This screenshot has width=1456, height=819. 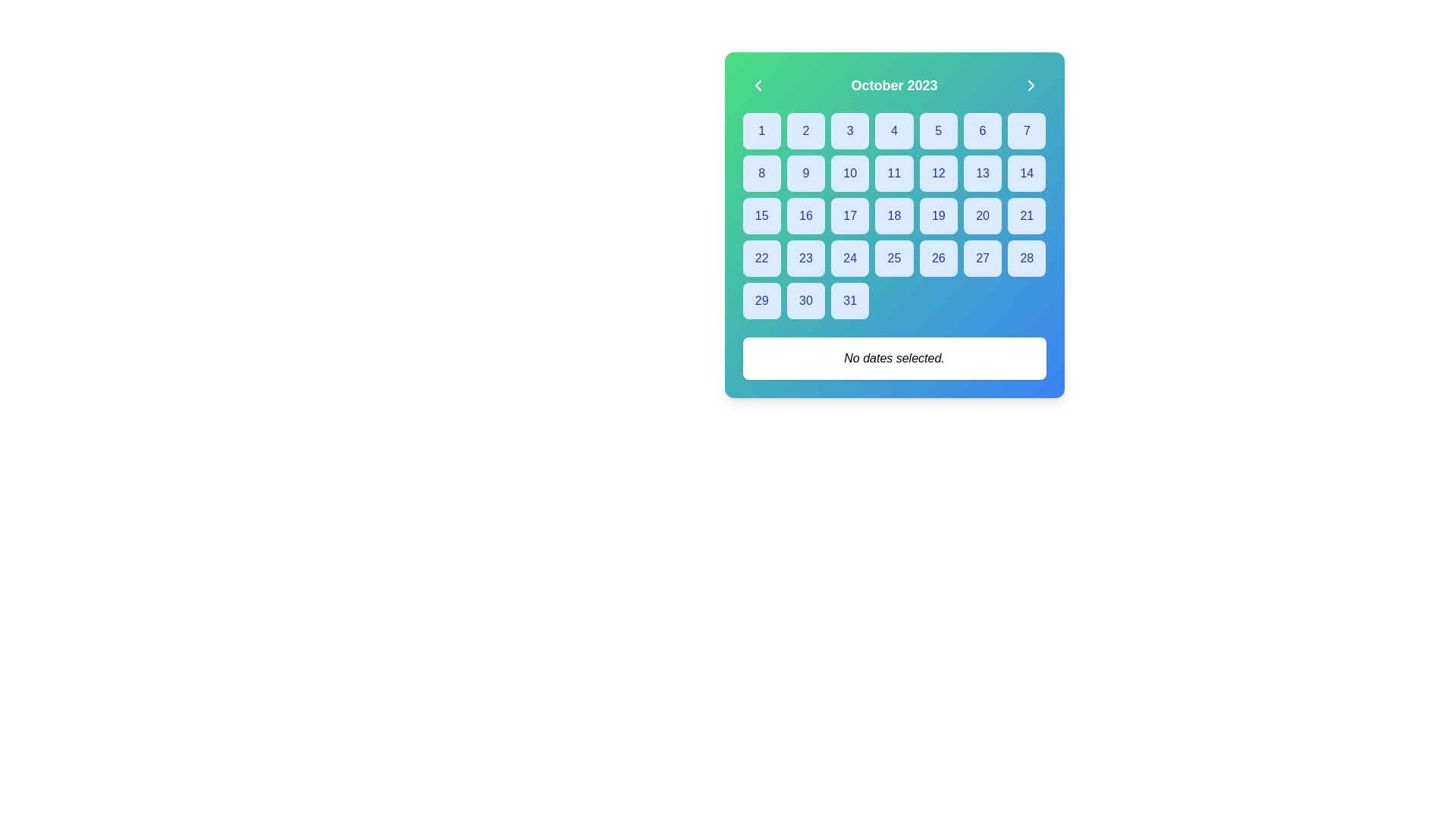 I want to click on the text element displaying 'October 2023' in bold font, located centrally in the header of the calendar interface, so click(x=894, y=85).